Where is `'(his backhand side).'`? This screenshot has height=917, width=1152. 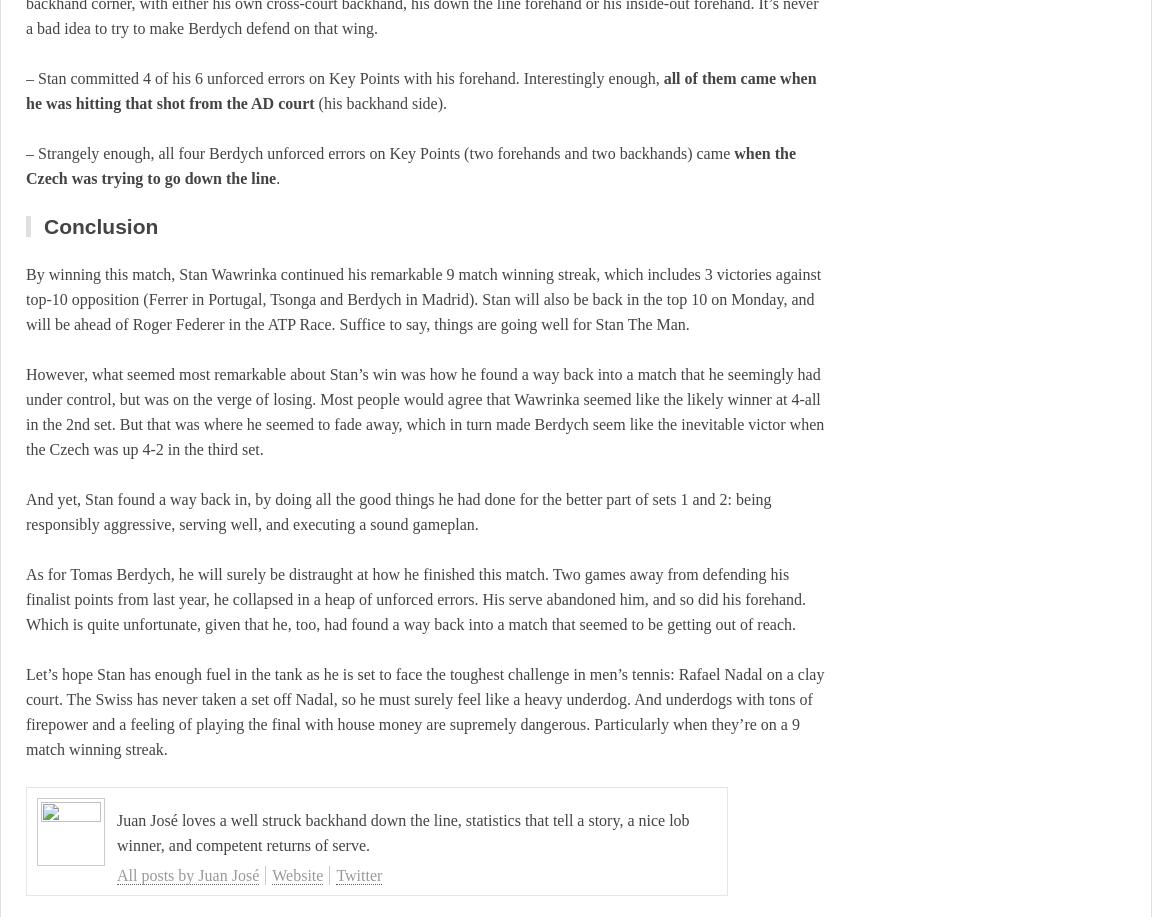 '(his backhand side).' is located at coordinates (379, 102).